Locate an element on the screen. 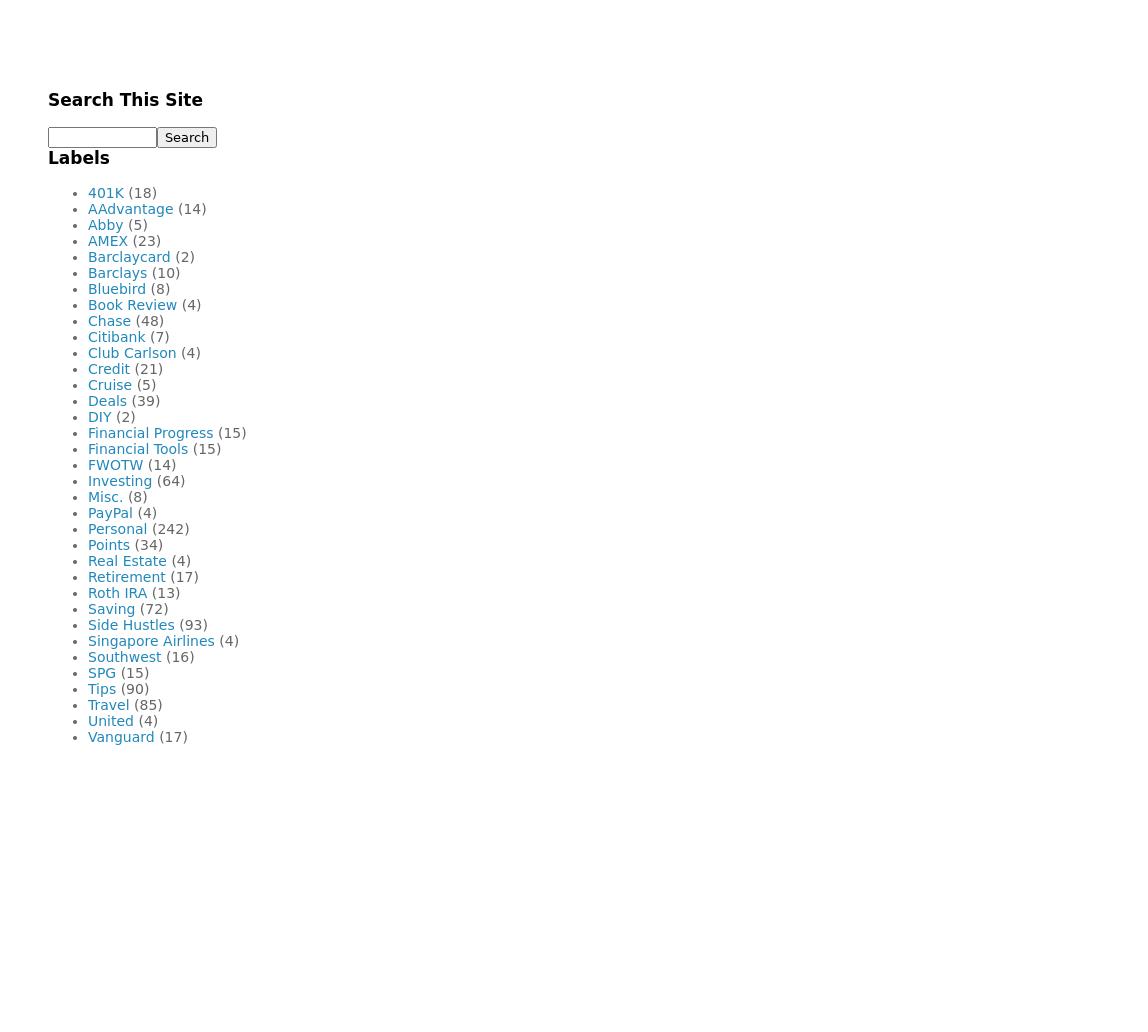 The width and height of the screenshot is (1148, 1032). 'Abby' is located at coordinates (88, 223).